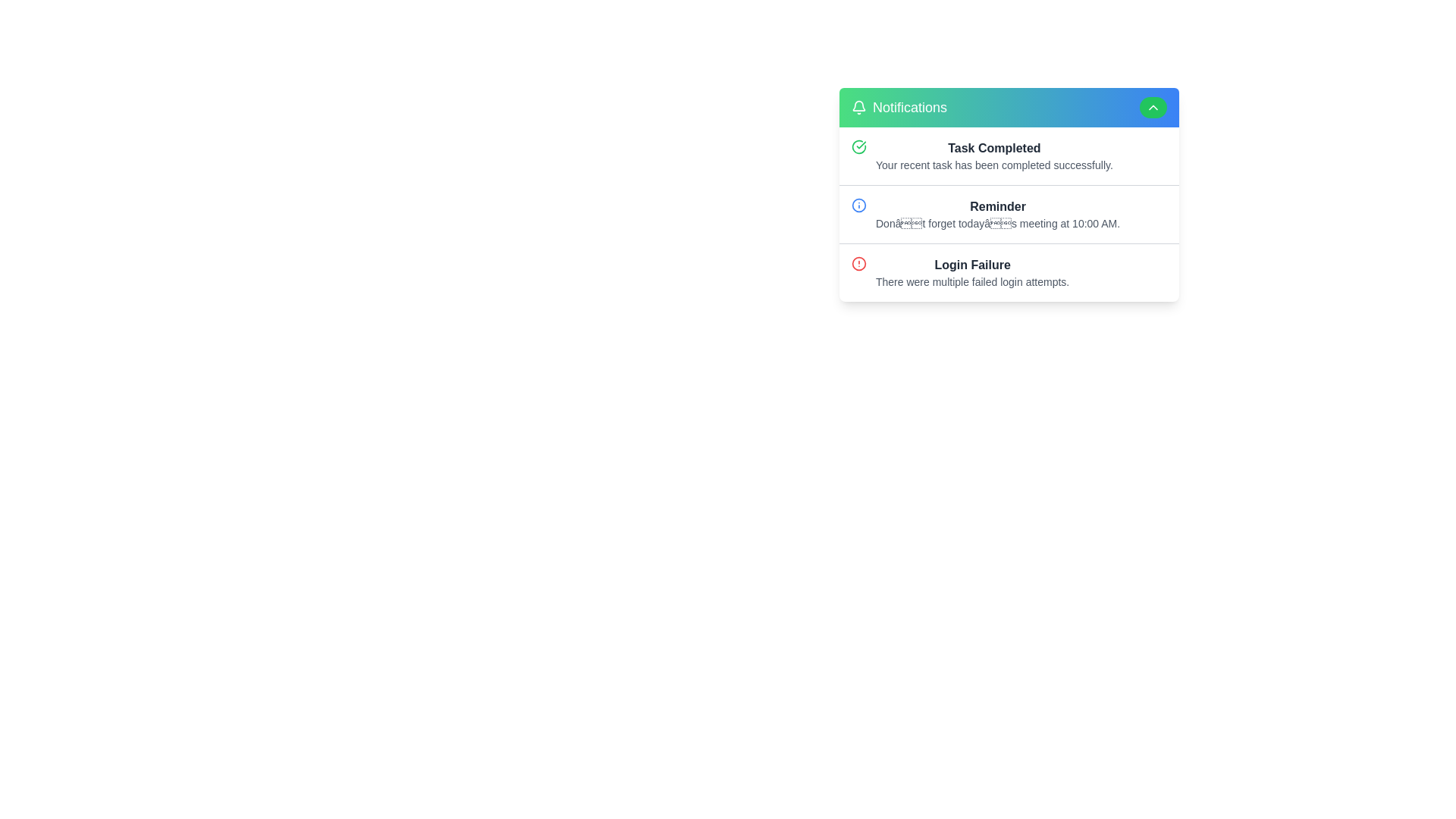 The image size is (1456, 819). Describe the element at coordinates (858, 146) in the screenshot. I see `the green circular icon with a check mark inside, located next to the 'Task Completed' heading in the first row of the notification panel` at that location.